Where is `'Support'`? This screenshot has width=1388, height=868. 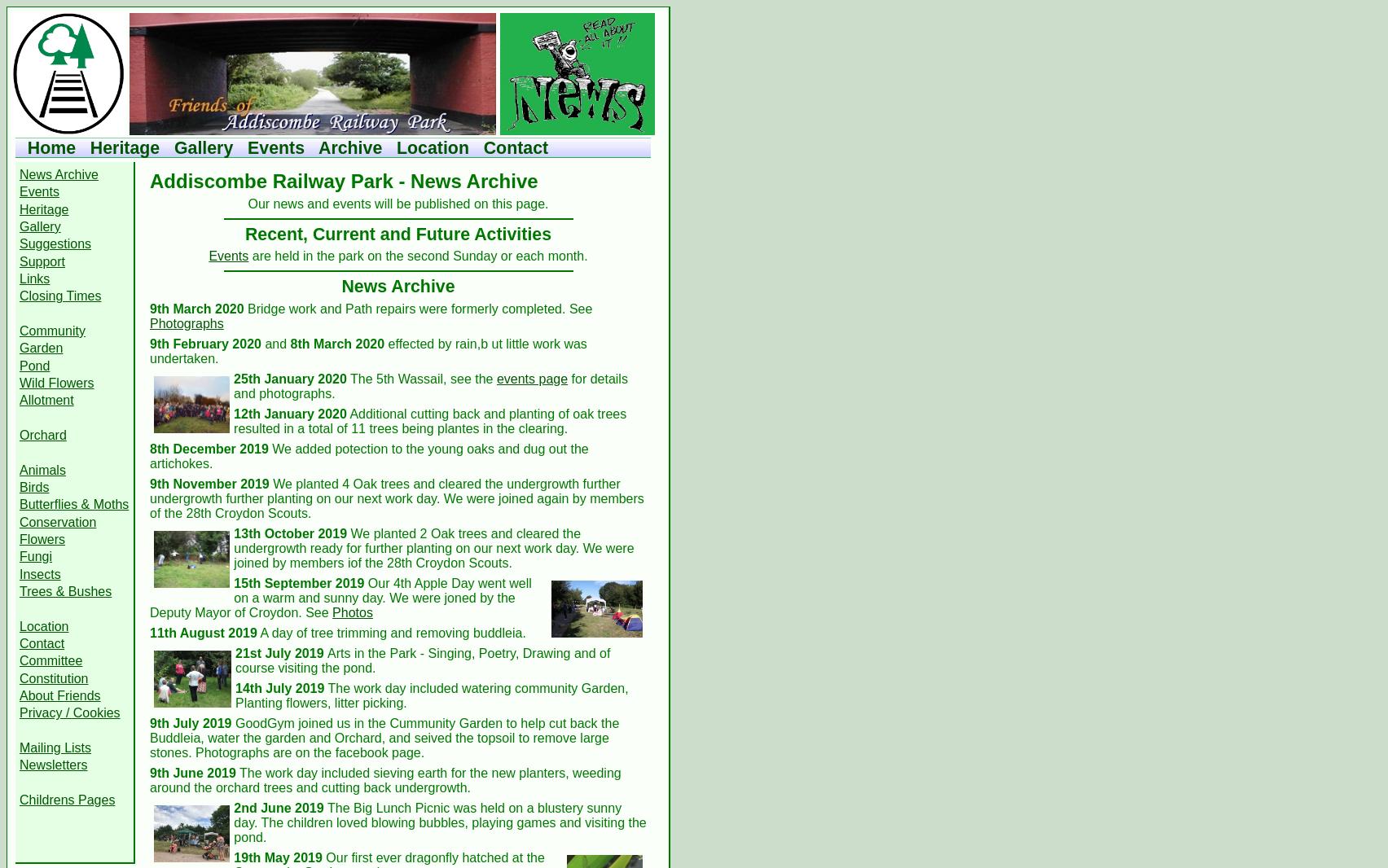
'Support' is located at coordinates (20, 261).